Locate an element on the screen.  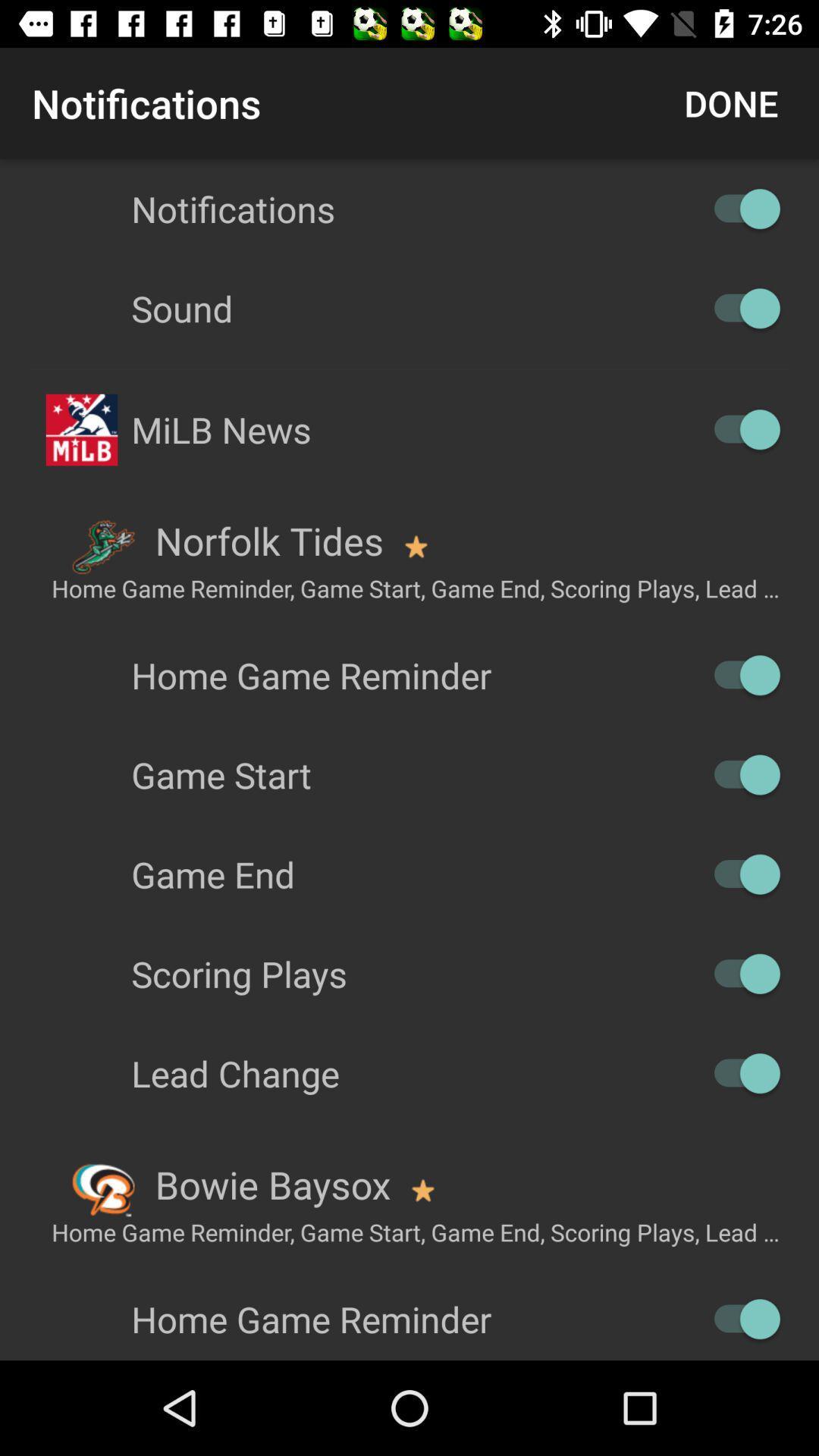
autoplay option is located at coordinates (739, 774).